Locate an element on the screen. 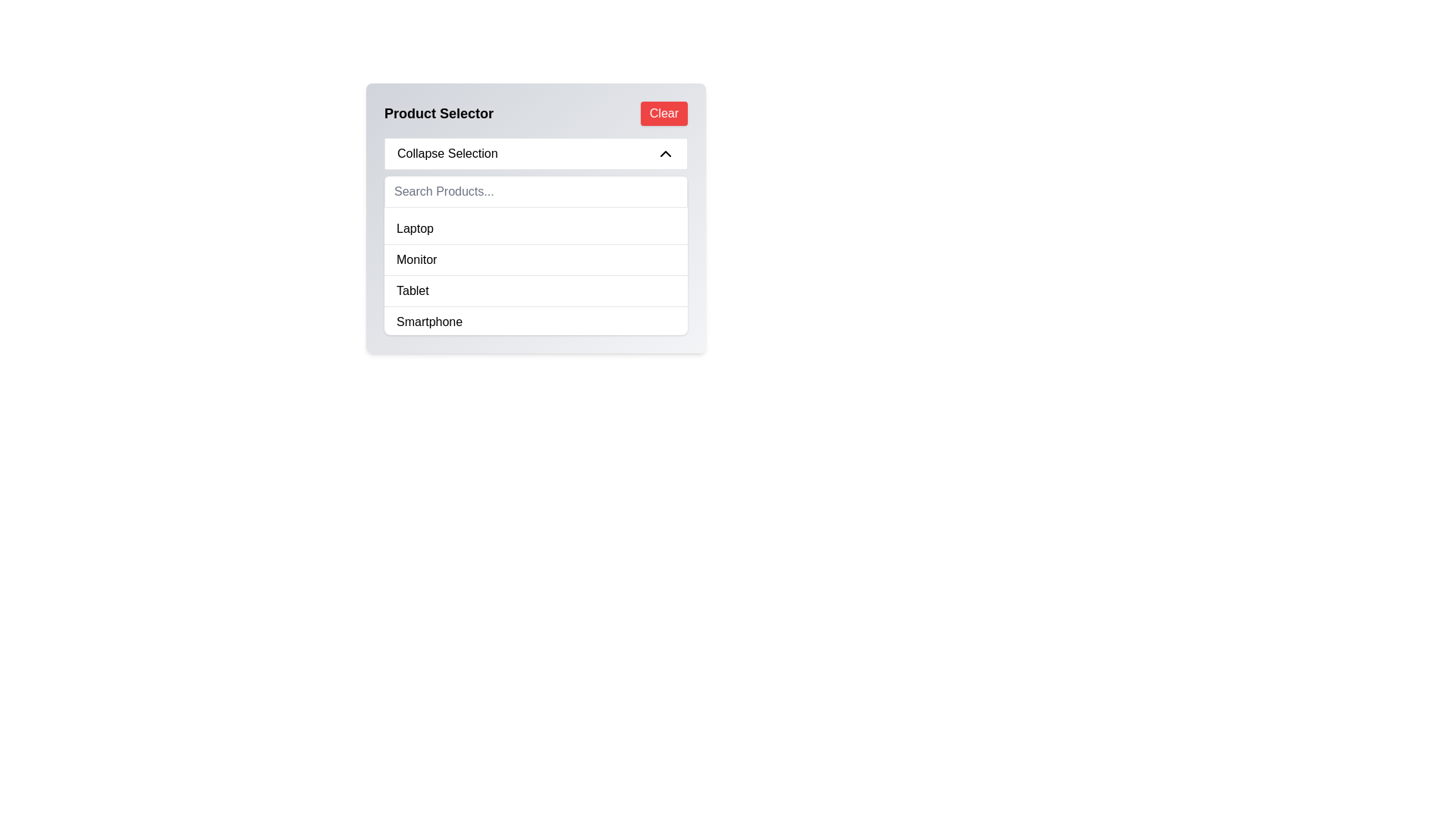  the 'Smartphone' category list item, which is the fourth option in a list of selectable items is located at coordinates (535, 321).